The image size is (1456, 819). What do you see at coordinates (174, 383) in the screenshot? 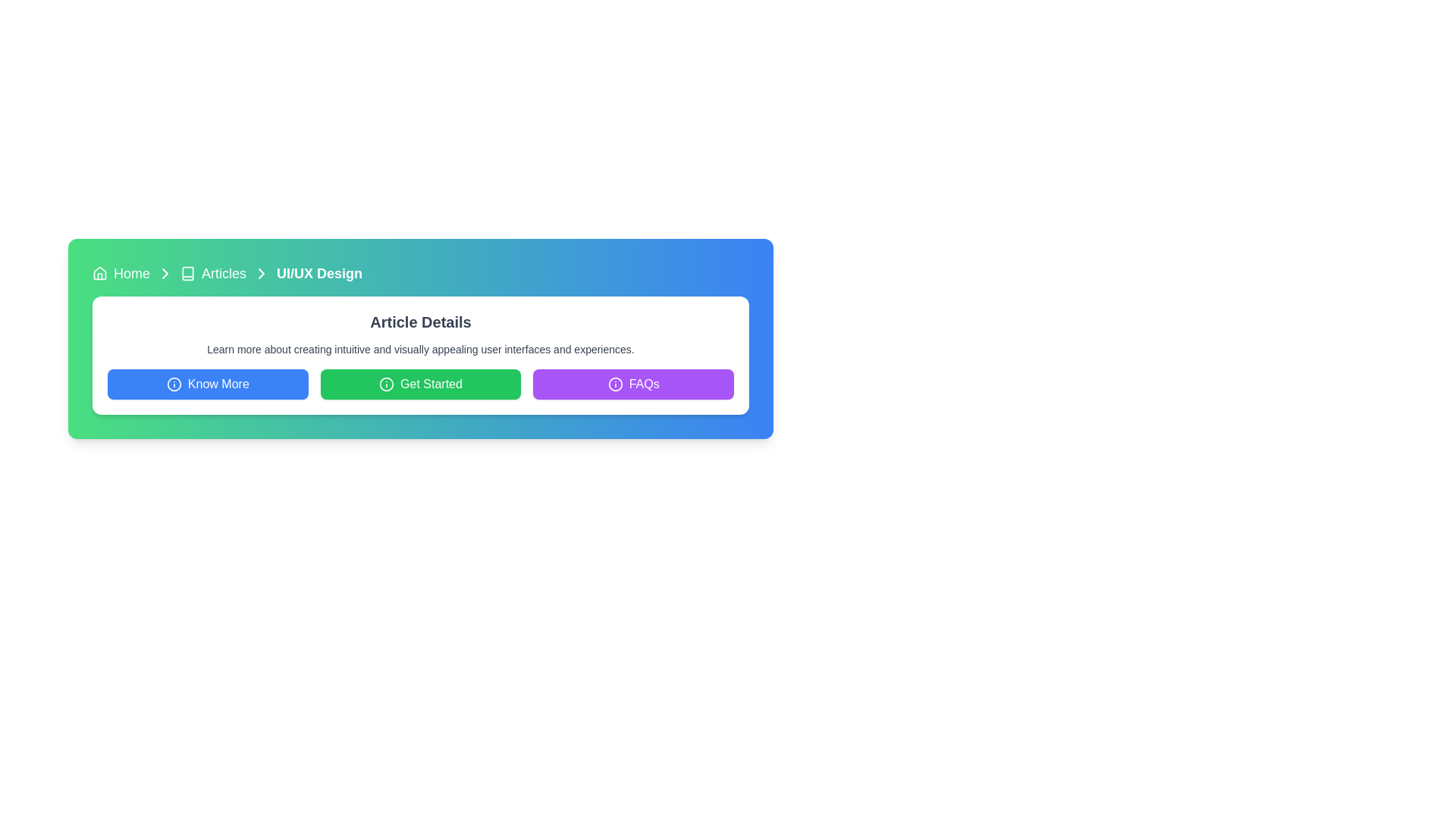
I see `the 'Know More' button that contains the circular information icon resembling the letter 'i' on the left side` at bounding box center [174, 383].